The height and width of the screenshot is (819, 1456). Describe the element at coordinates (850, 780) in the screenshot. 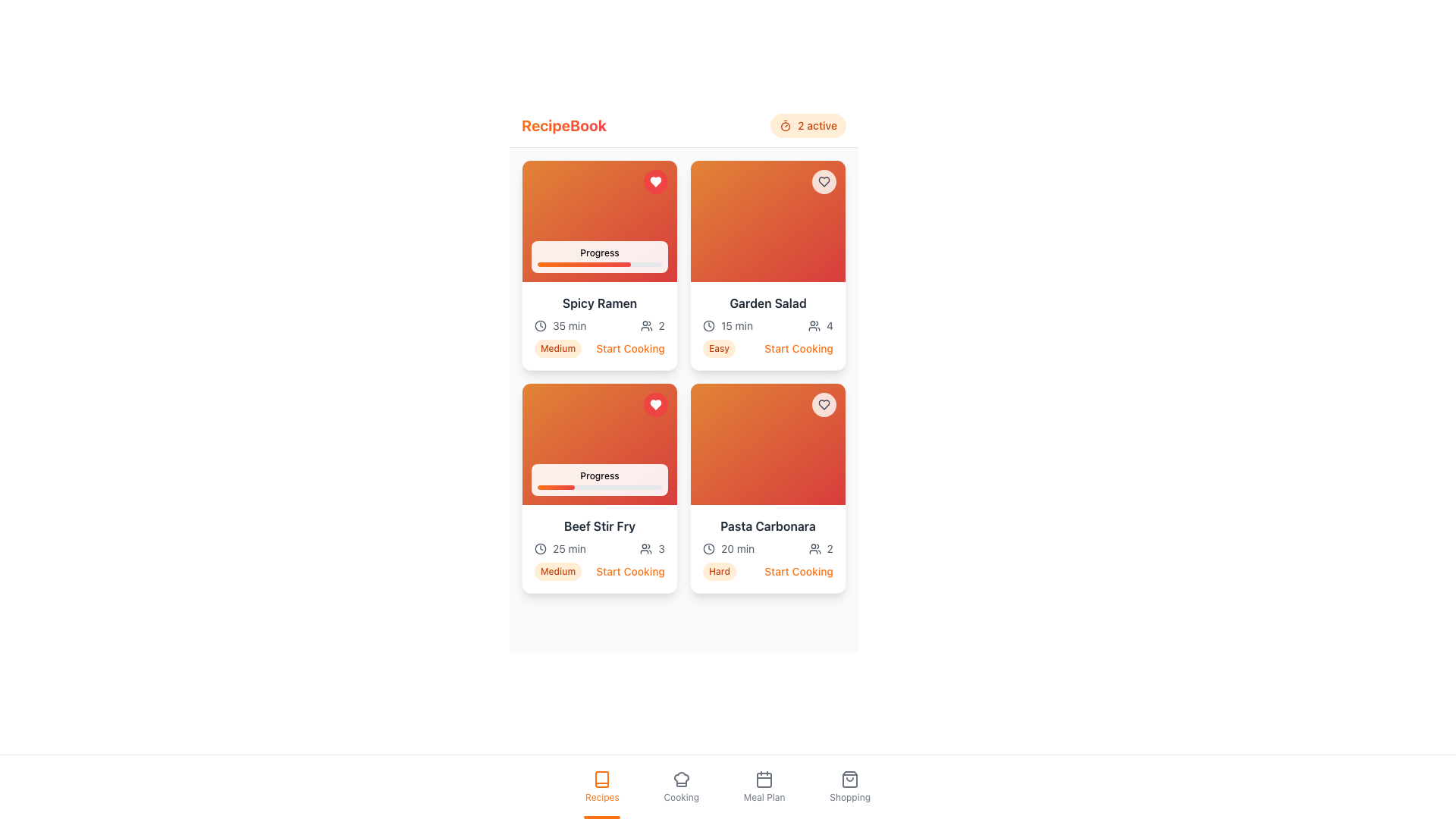

I see `the shopping bag icon located in the bottom menu bar at the far-right` at that location.